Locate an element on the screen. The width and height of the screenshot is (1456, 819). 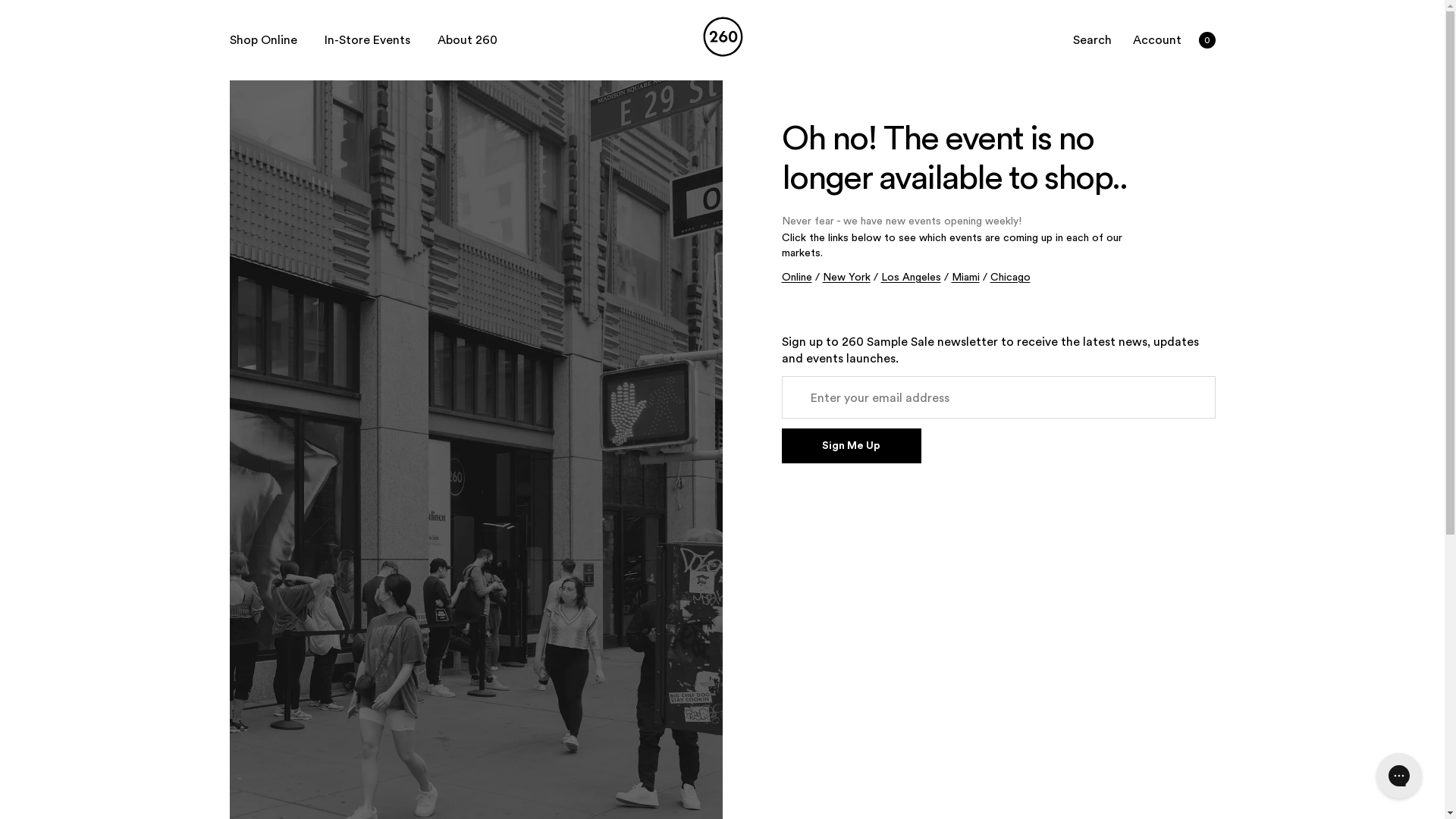
'New York' is located at coordinates (845, 278).